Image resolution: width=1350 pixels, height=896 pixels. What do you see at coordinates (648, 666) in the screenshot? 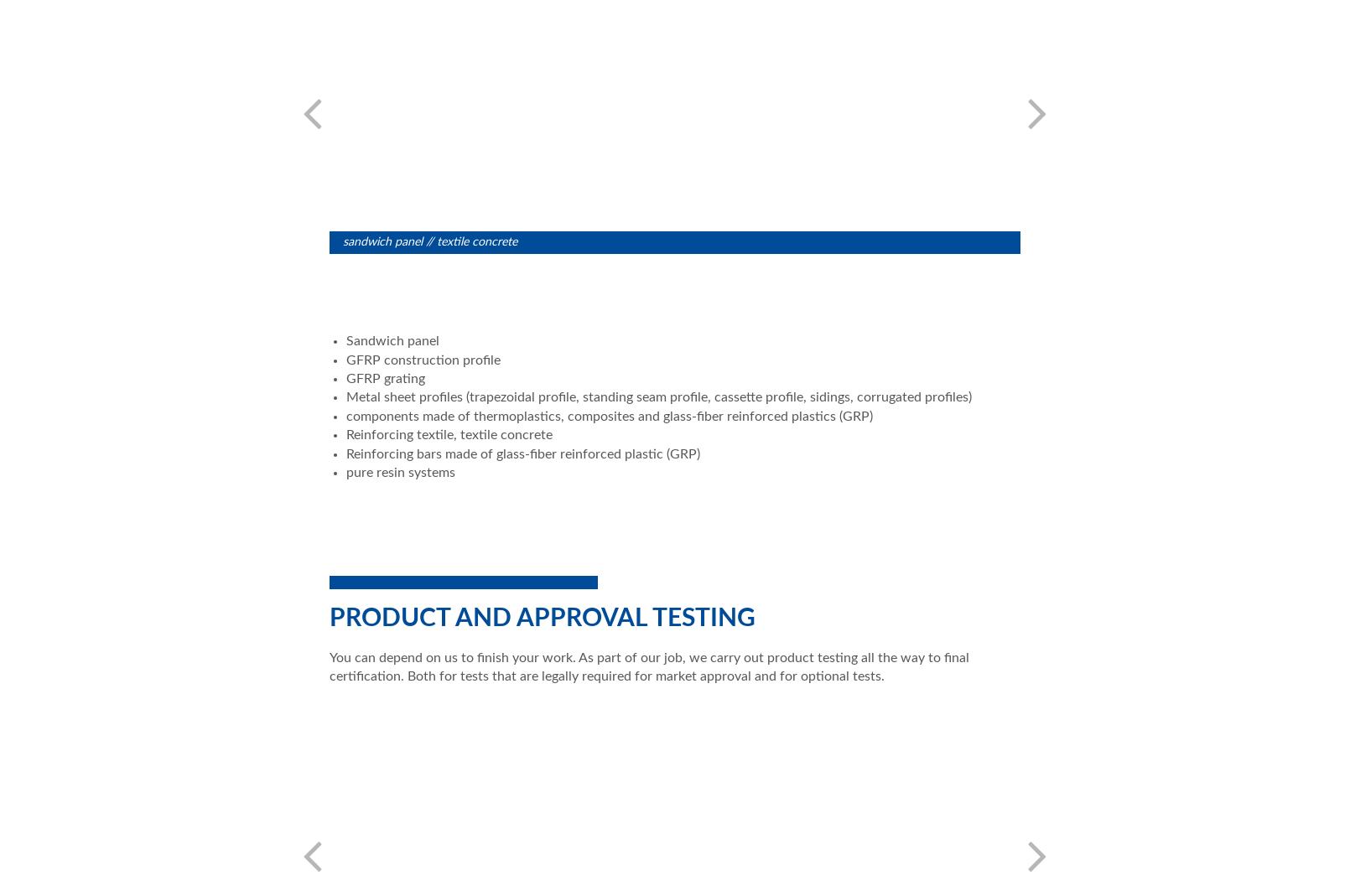
I see `'You can depend on us to finish your work. As part of our job, we carry out product testing all the way to final certification. Both for tests that are legally required for market approval and for optional tests.'` at bounding box center [648, 666].